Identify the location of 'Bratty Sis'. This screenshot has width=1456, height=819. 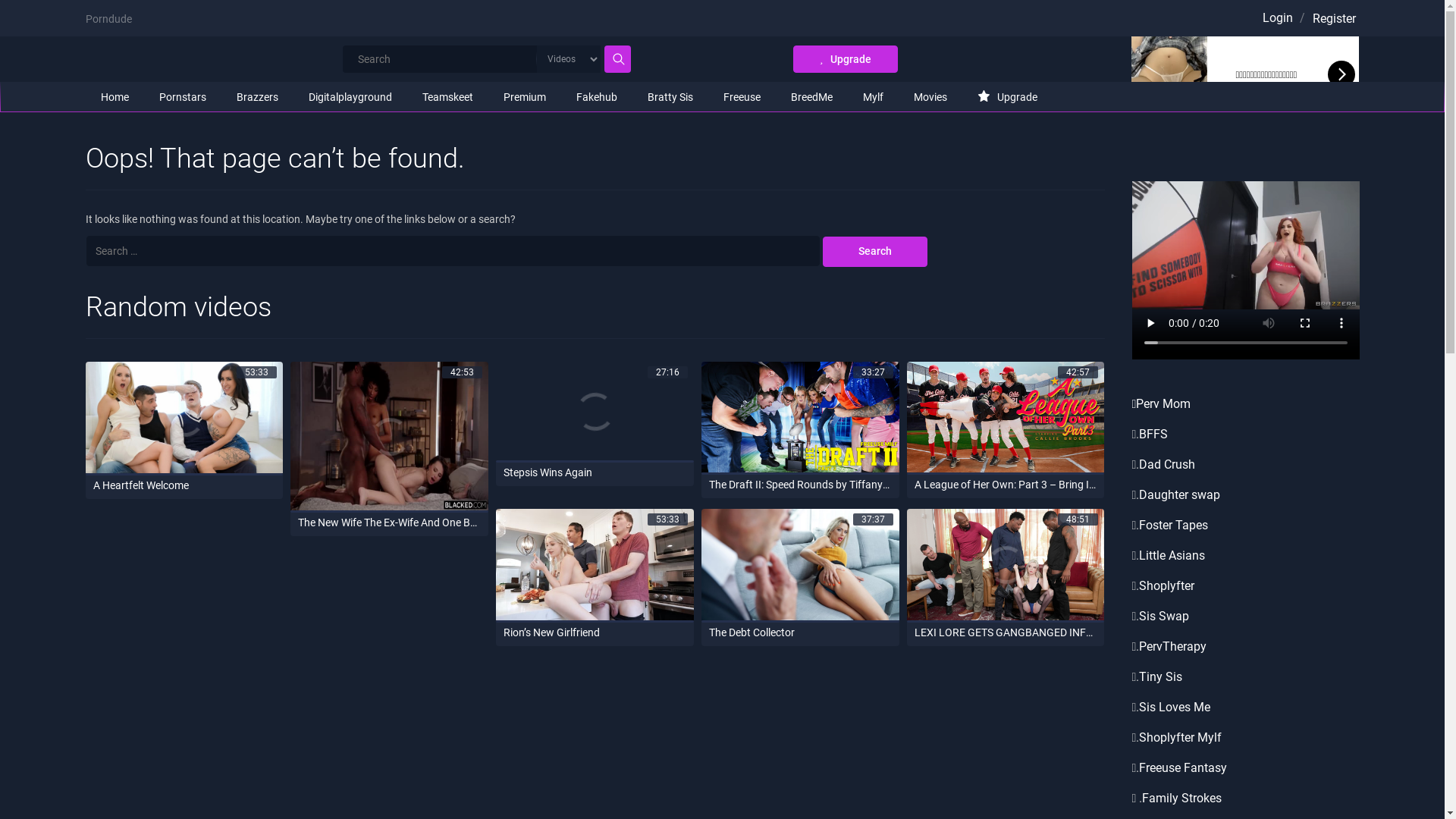
(669, 96).